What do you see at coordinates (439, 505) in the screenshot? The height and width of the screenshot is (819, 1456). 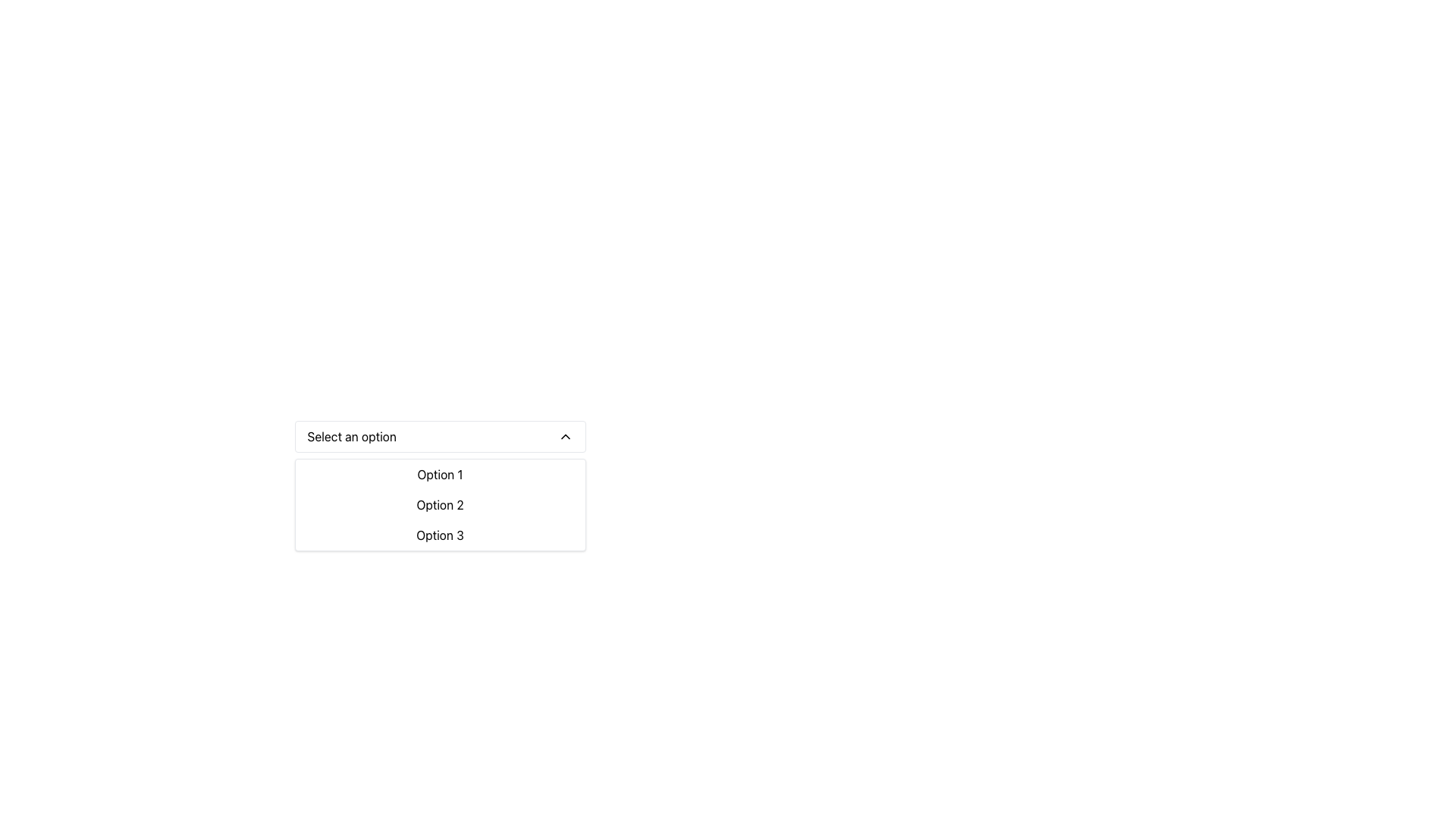 I see `'Option 2' in the dropdown menu which is styled with a white background and rounded corners, located below the 'Select an option' button` at bounding box center [439, 505].